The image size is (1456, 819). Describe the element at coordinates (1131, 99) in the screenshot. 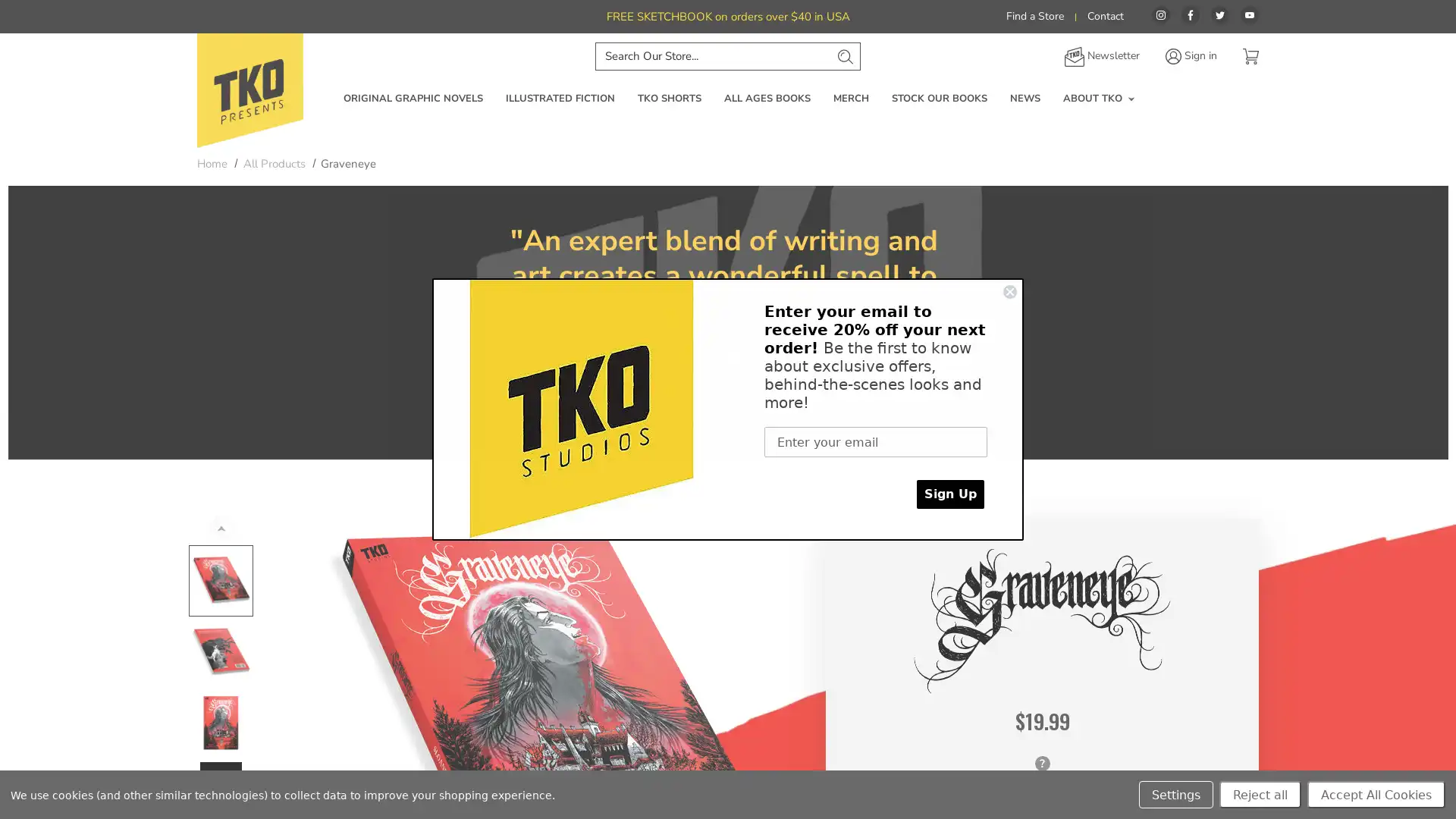

I see `Open About TKO Submenu` at that location.